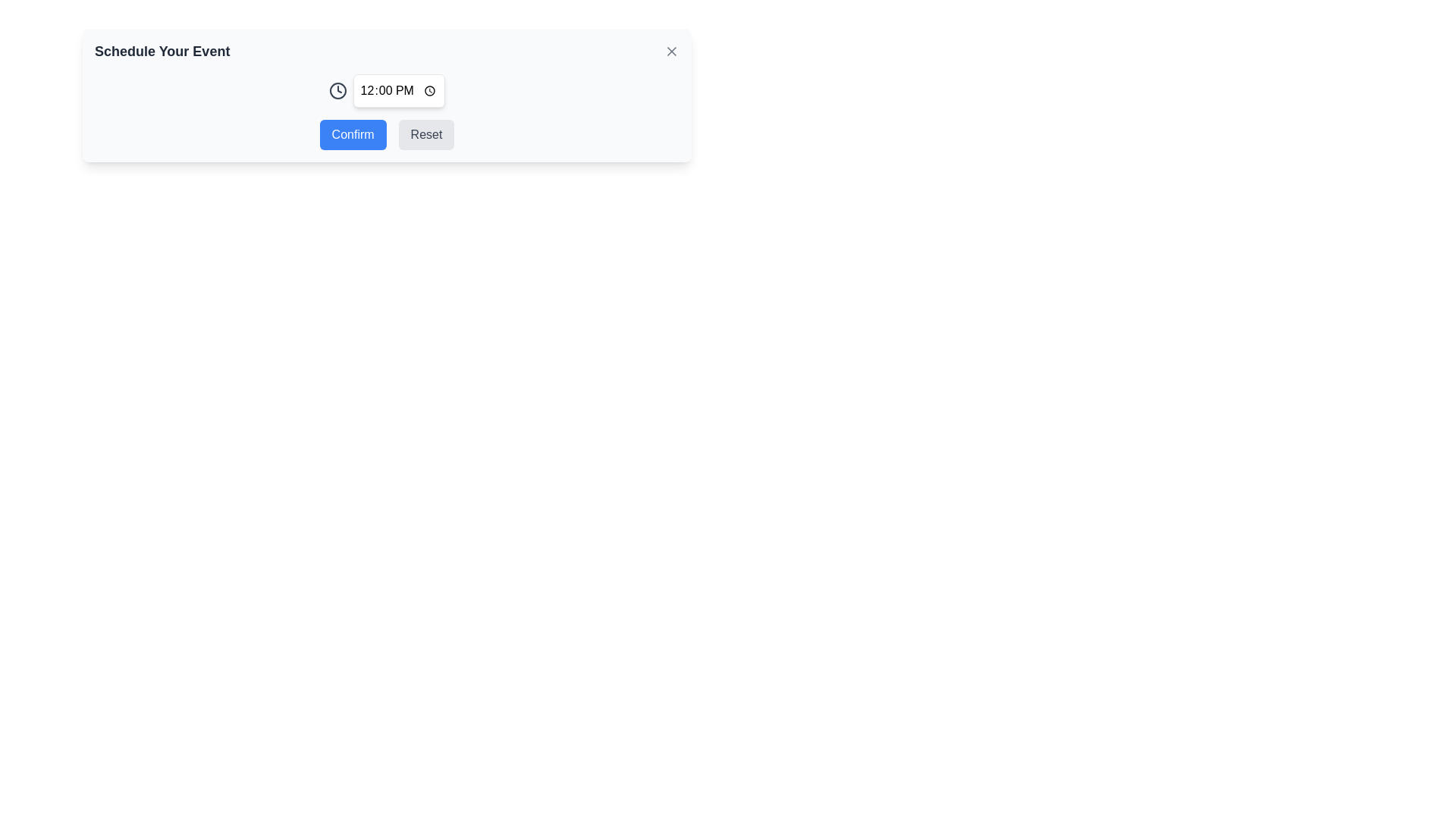 This screenshot has width=1456, height=819. I want to click on the 'Reset' button, which is a rectangular button with a light gray background and dark gray text, located to the right of the 'Confirm' button, so click(425, 133).